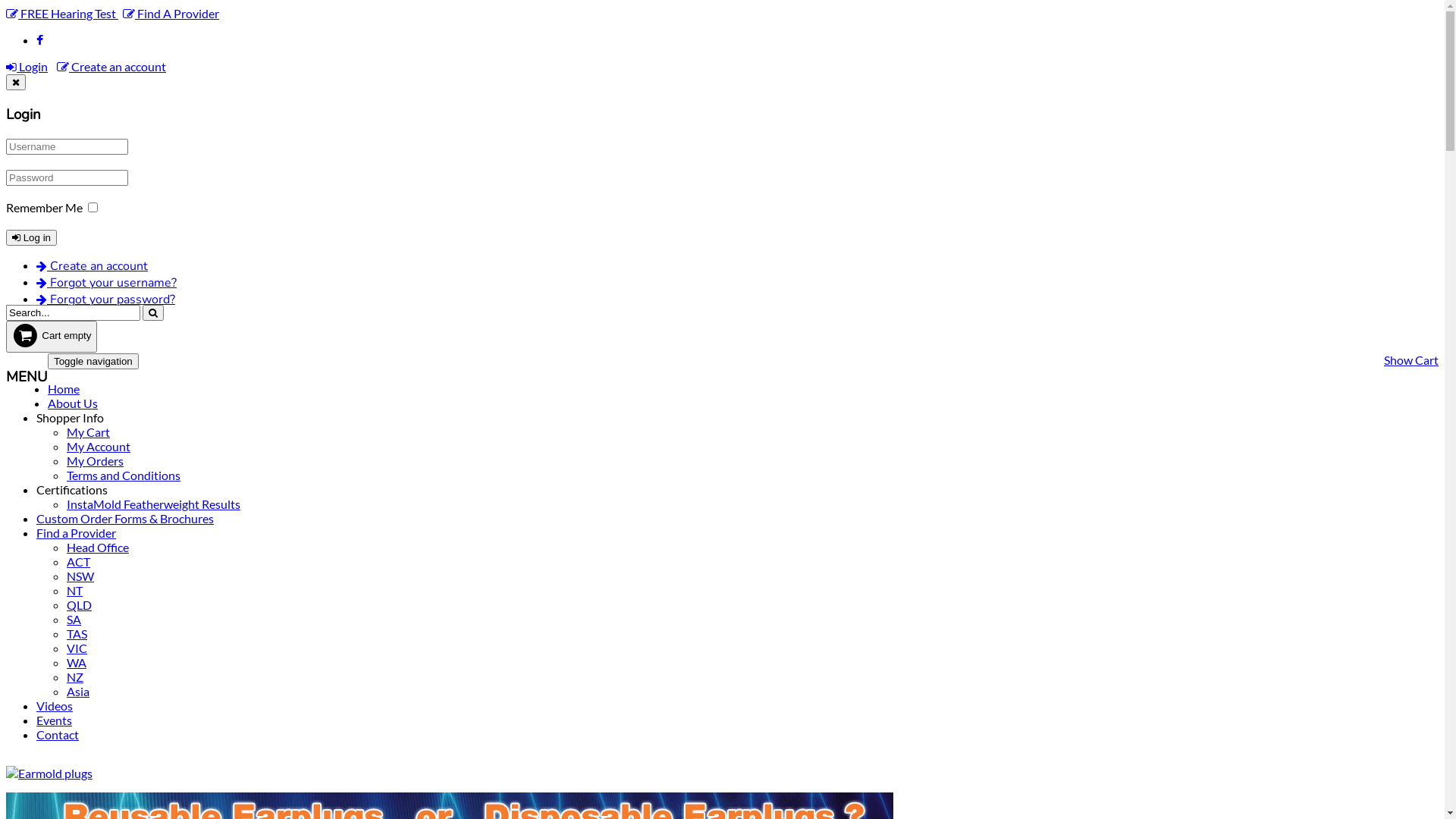  Describe the element at coordinates (153, 504) in the screenshot. I see `'InstaMold Featherweight Results'` at that location.